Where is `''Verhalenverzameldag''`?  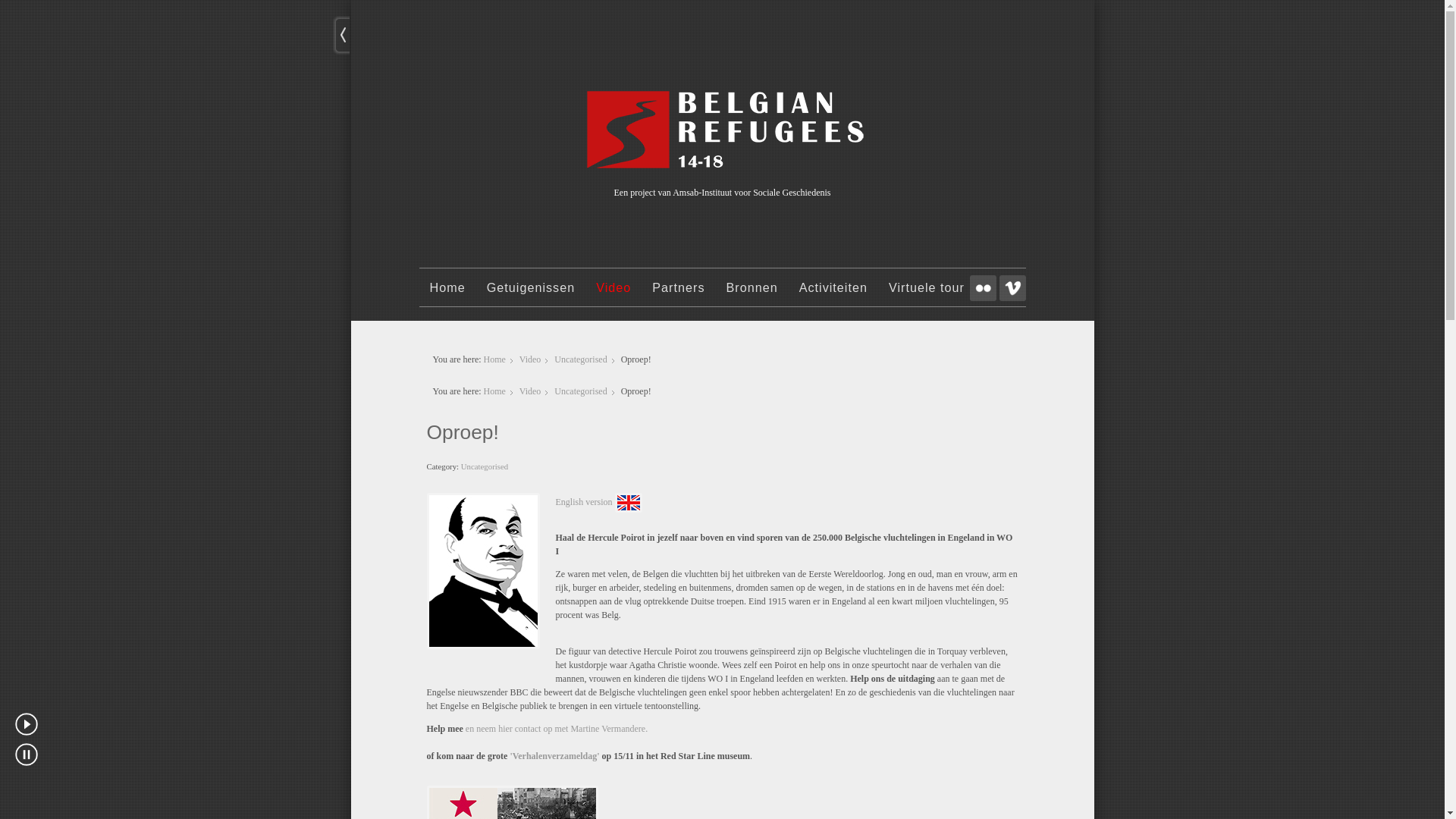 ''Verhalenverzameldag'' is located at coordinates (510, 755).